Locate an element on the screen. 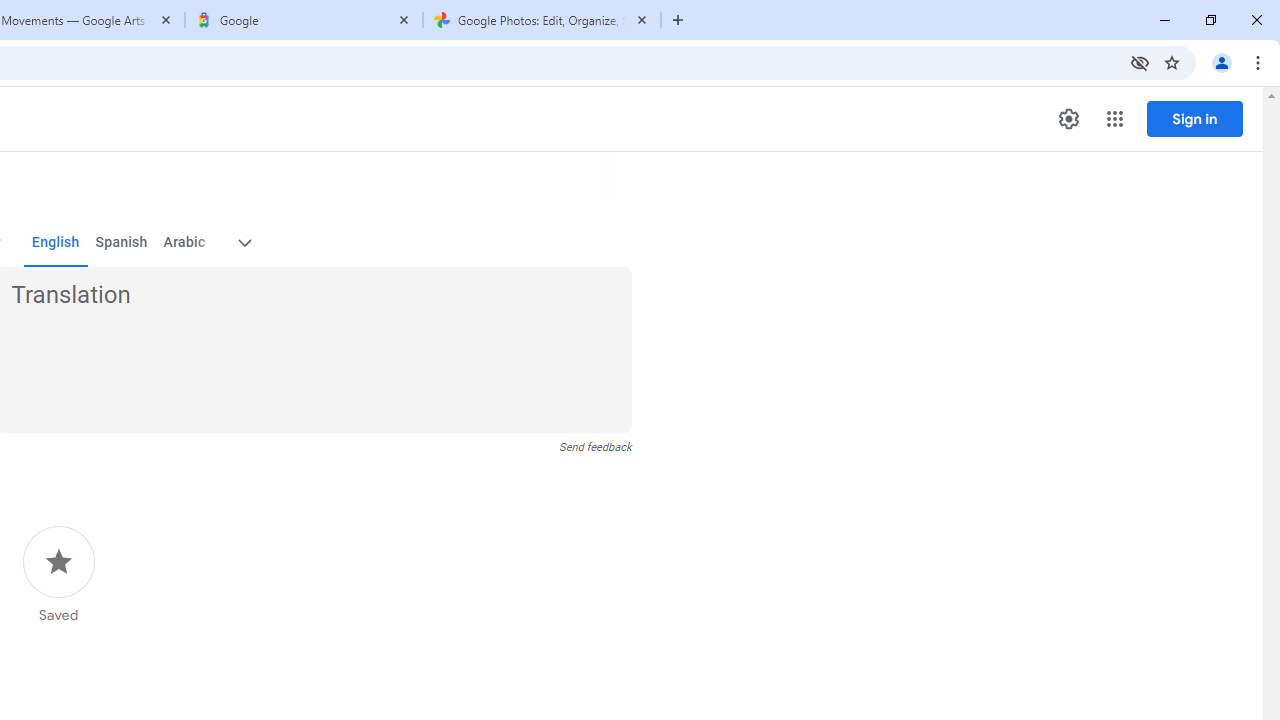  'Arabic' is located at coordinates (183, 242).